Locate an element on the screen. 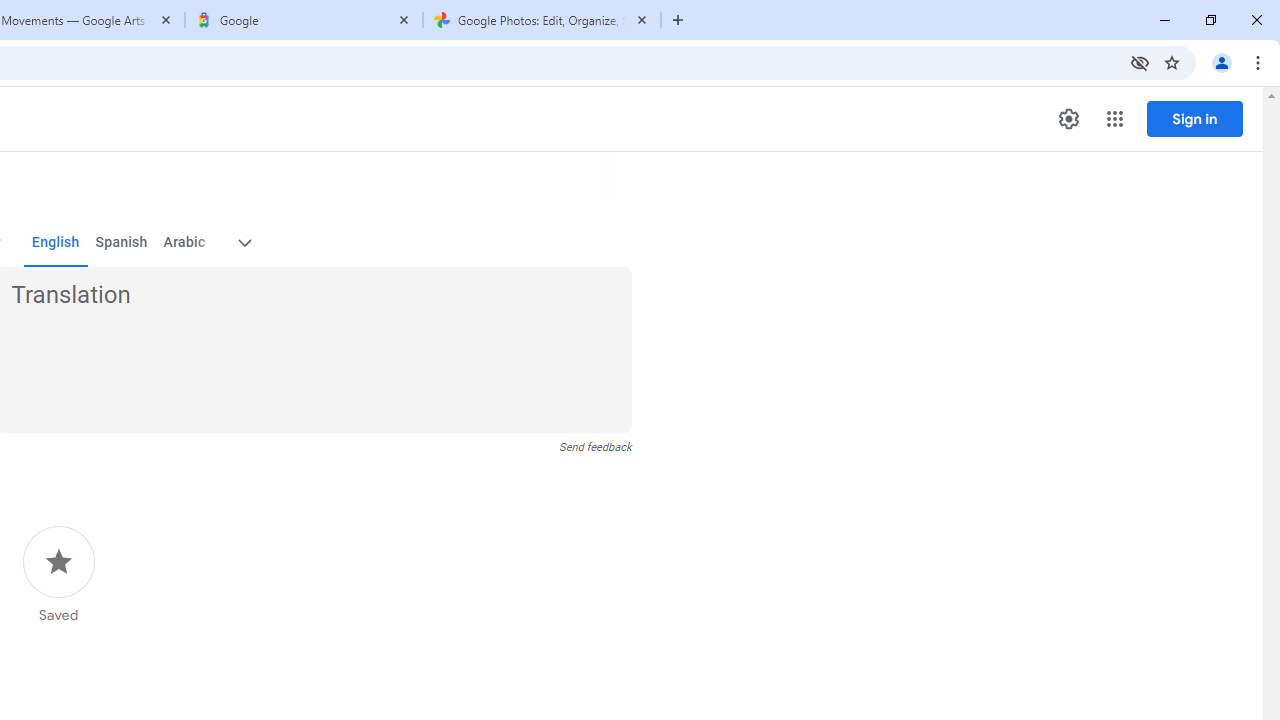  'Arabic' is located at coordinates (183, 242).